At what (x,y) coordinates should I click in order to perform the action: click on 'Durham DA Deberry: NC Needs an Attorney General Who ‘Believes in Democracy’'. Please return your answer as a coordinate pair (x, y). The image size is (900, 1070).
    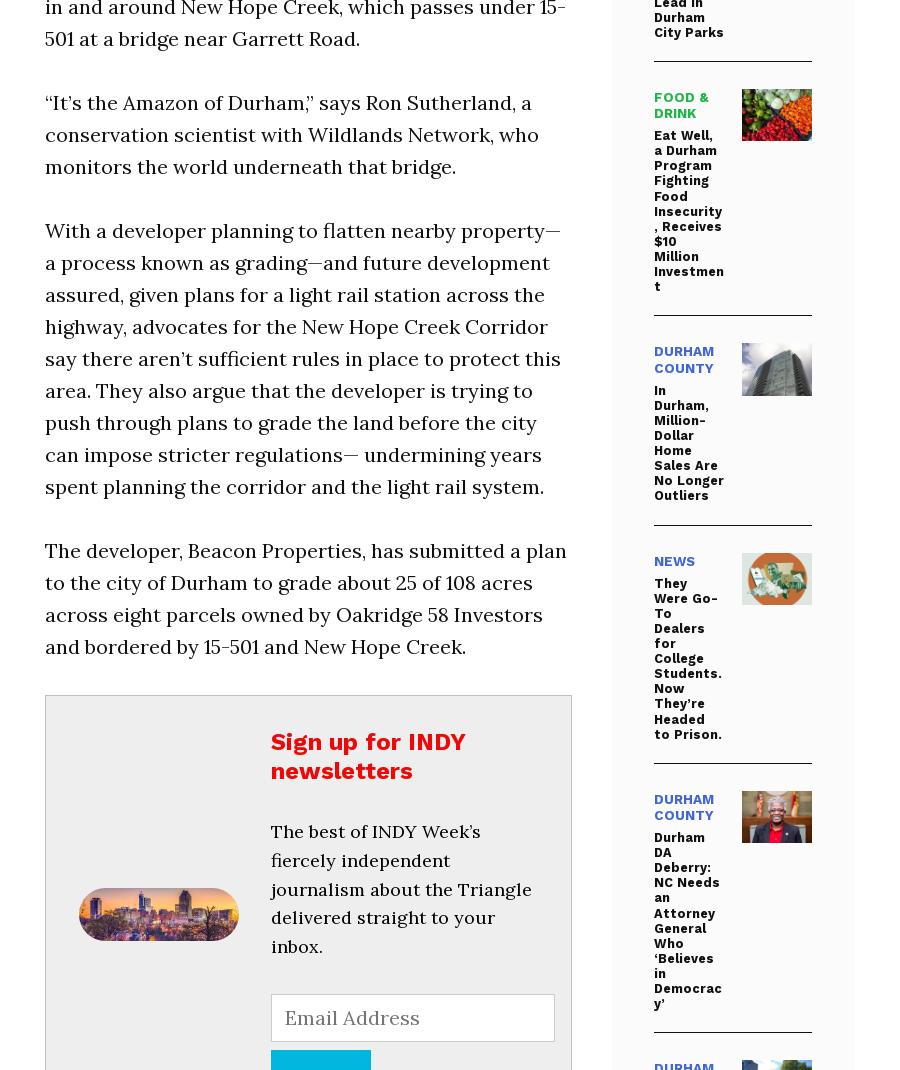
    Looking at the image, I should click on (686, 918).